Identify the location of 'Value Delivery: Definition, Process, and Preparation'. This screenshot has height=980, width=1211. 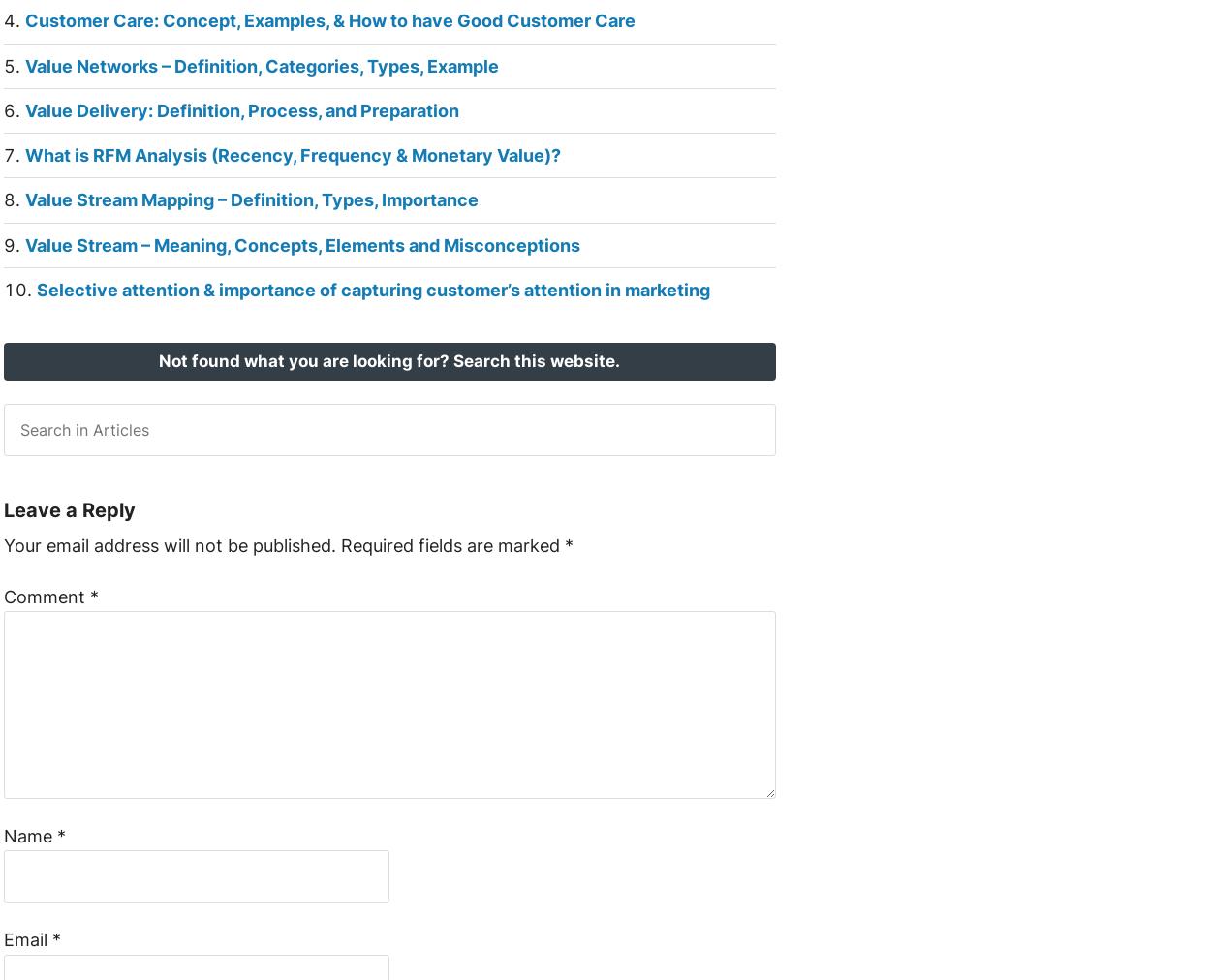
(239, 108).